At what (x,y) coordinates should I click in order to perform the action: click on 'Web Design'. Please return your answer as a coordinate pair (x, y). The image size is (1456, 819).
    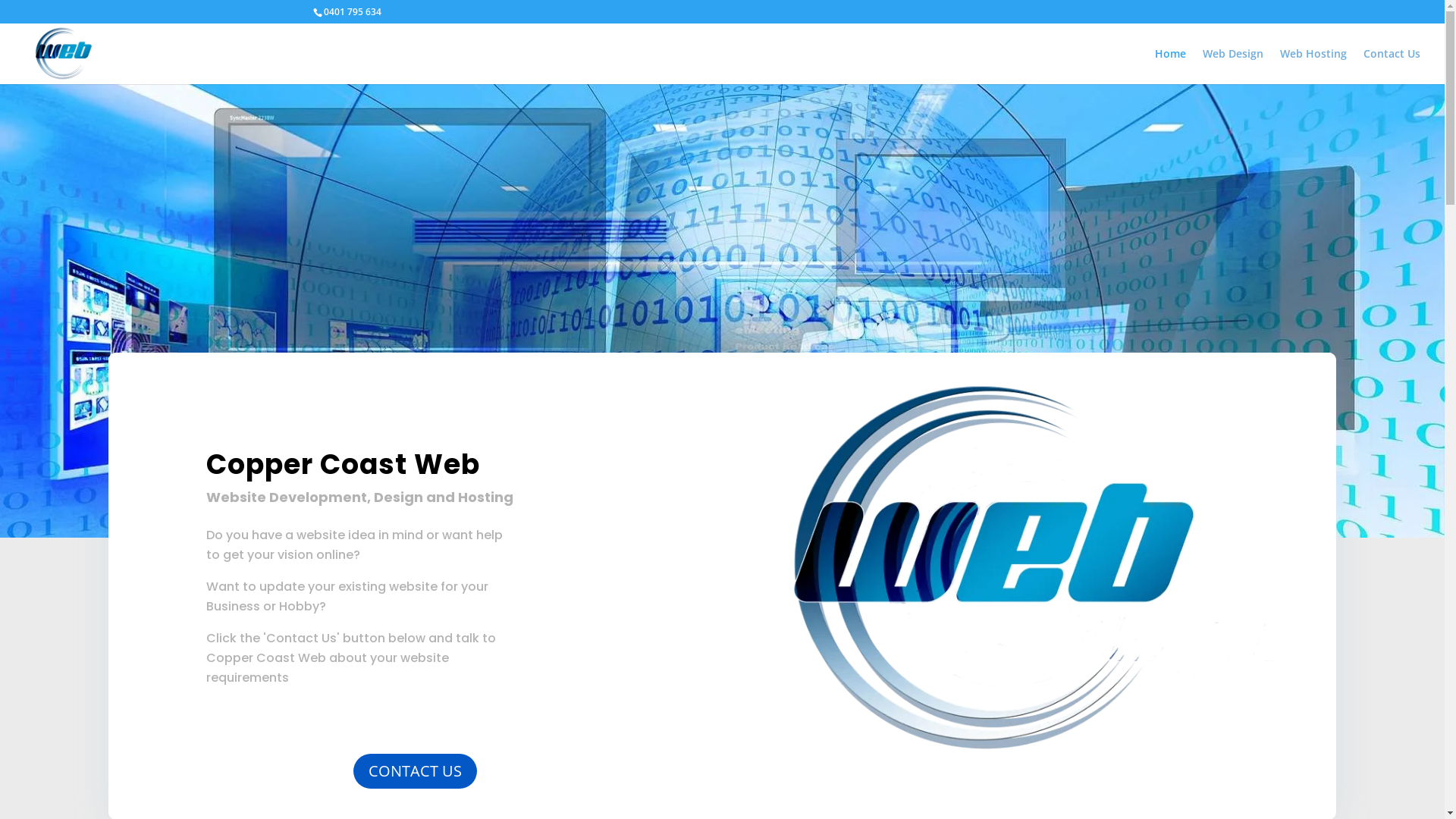
    Looking at the image, I should click on (1233, 65).